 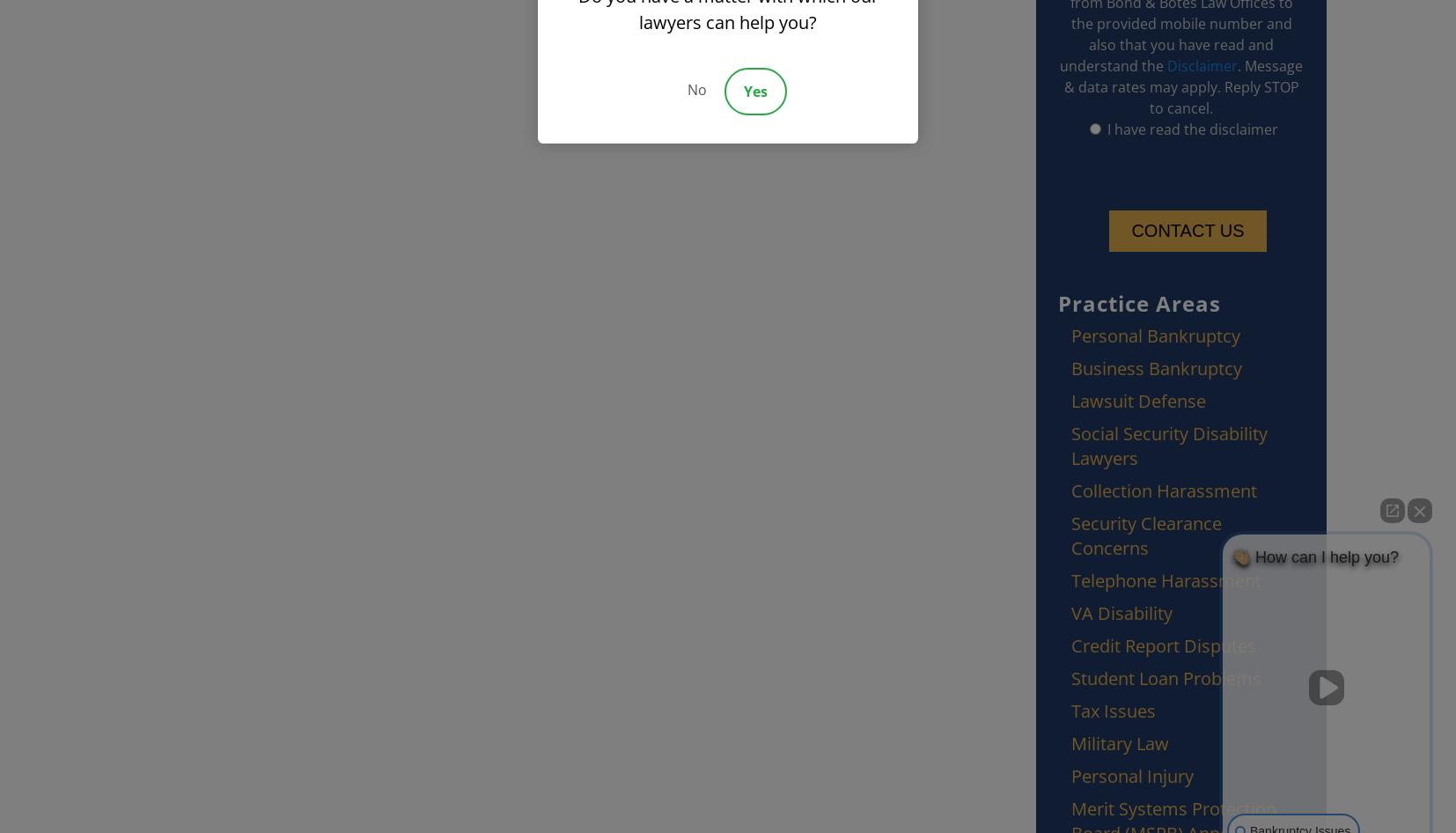 I want to click on 'Yes', so click(x=754, y=90).